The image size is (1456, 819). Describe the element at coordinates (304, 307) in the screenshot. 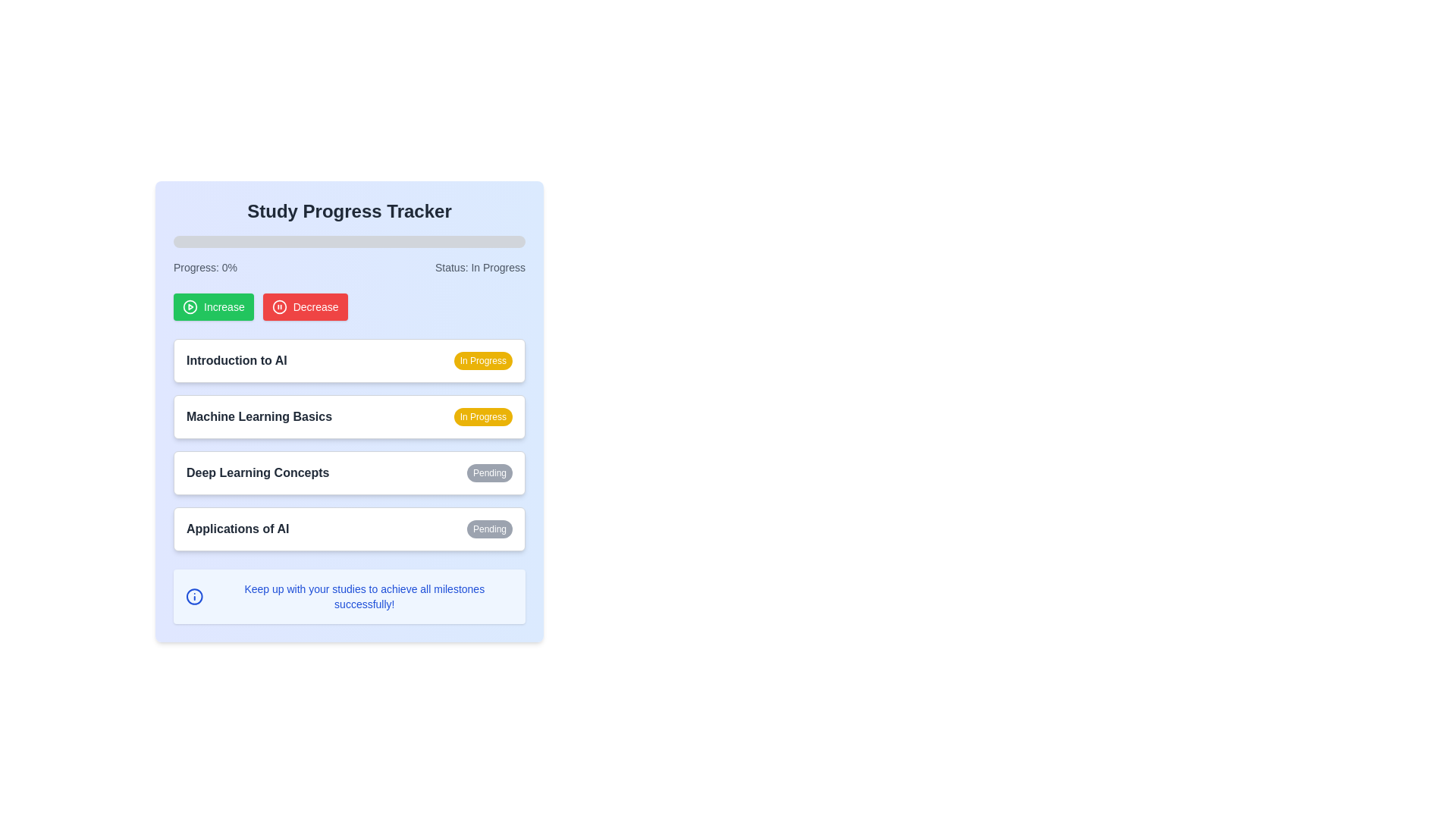

I see `the red 'Decrease' button with white text` at that location.